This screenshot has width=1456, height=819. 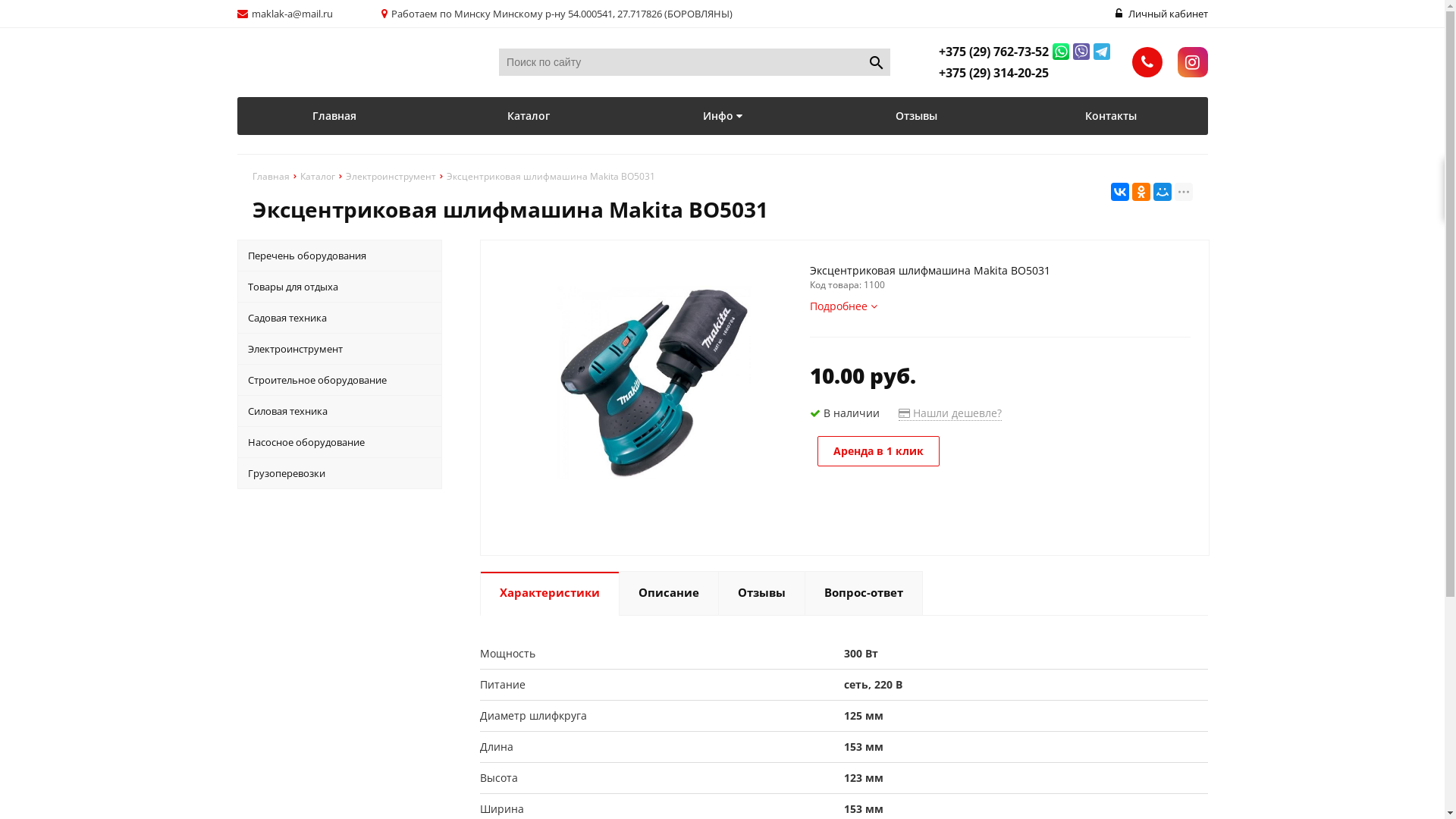 I want to click on '+375 (29) 314-20-25', so click(x=993, y=73).